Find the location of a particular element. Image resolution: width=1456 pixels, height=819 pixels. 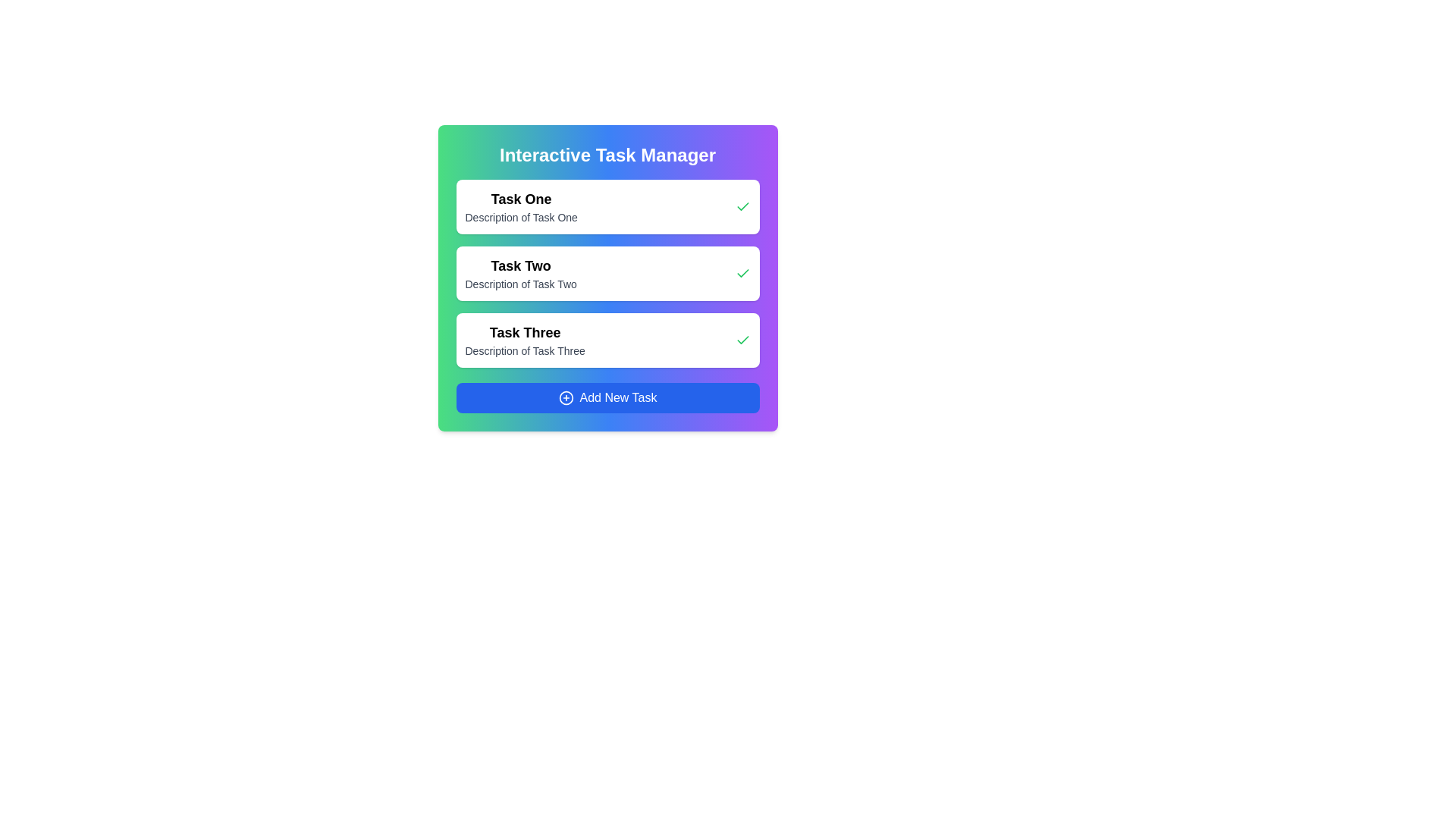

the green check icon indicating success or completion located to the right of 'Task Two' is located at coordinates (742, 274).